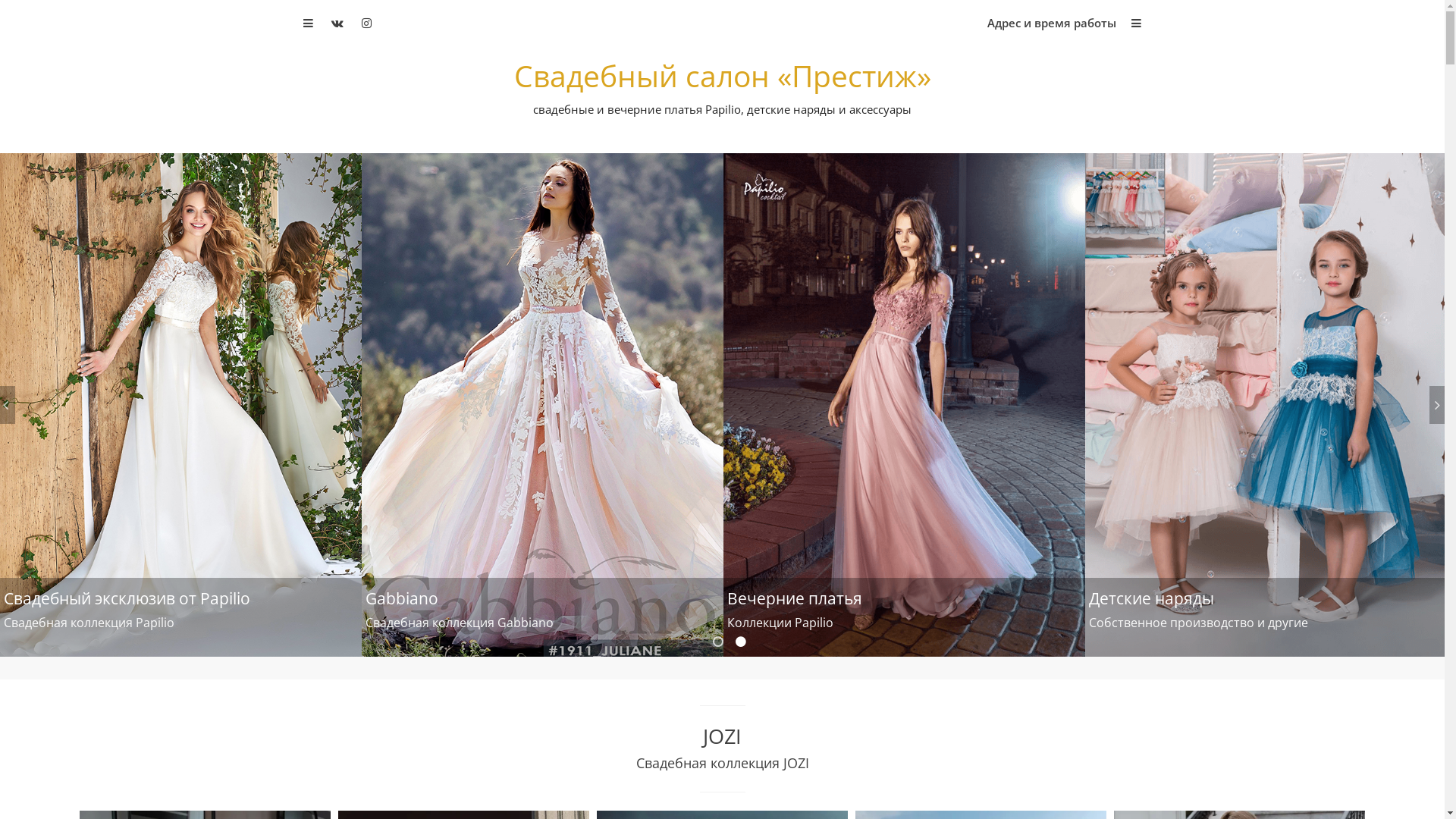  Describe the element at coordinates (742, 641) in the screenshot. I see `'2'` at that location.